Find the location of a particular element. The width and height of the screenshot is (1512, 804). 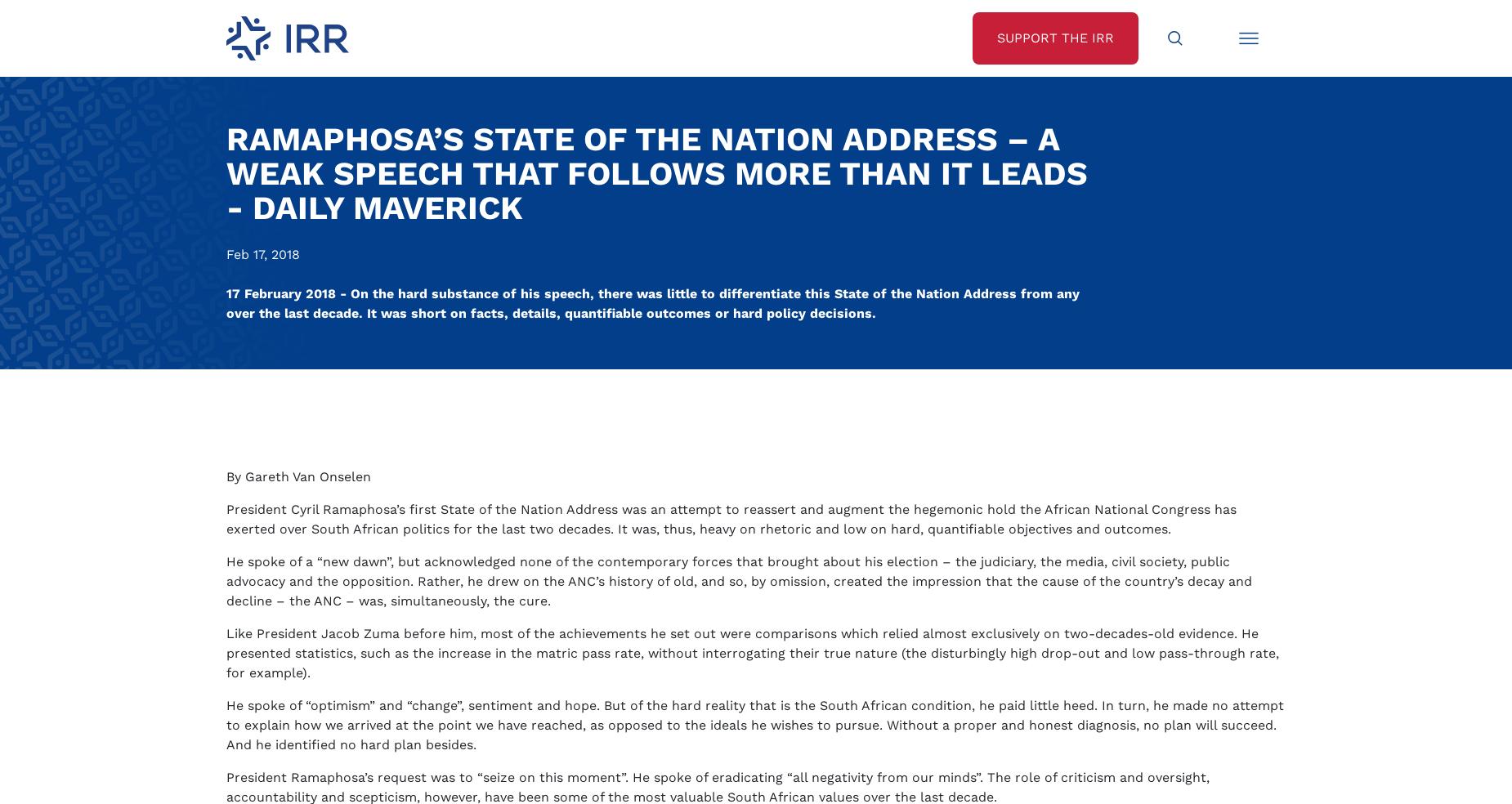

'President Ramaphosa’s request was to “seize on this moment”. He spoke of eradicating “all negativity from our minds”. The role of criticism and oversight, accountability and scepticism, however, have been some of the most valuable South African values over the last decade.' is located at coordinates (718, 21).